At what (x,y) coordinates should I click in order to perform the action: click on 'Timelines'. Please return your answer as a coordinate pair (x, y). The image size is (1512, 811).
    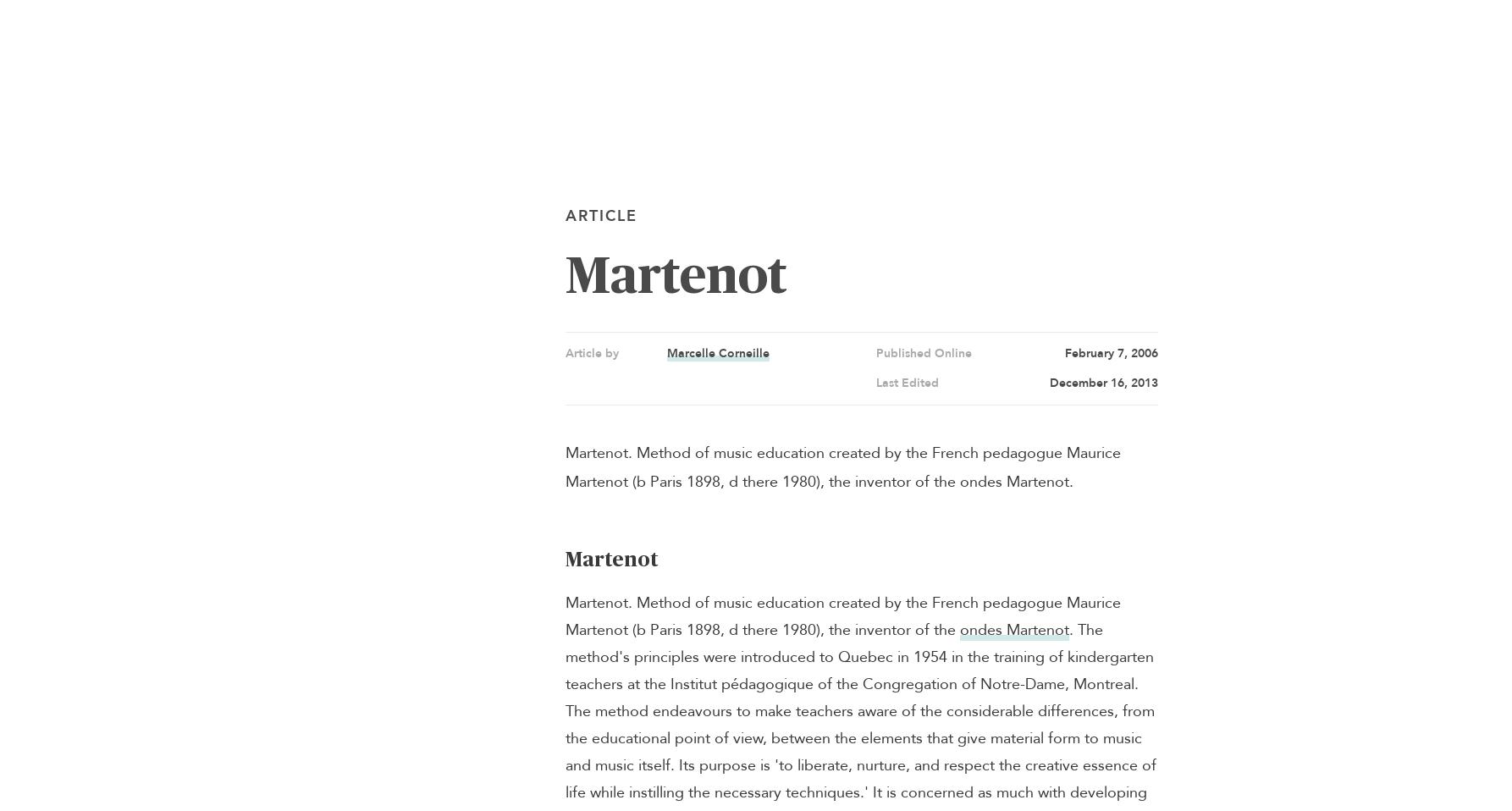
    Looking at the image, I should click on (659, 32).